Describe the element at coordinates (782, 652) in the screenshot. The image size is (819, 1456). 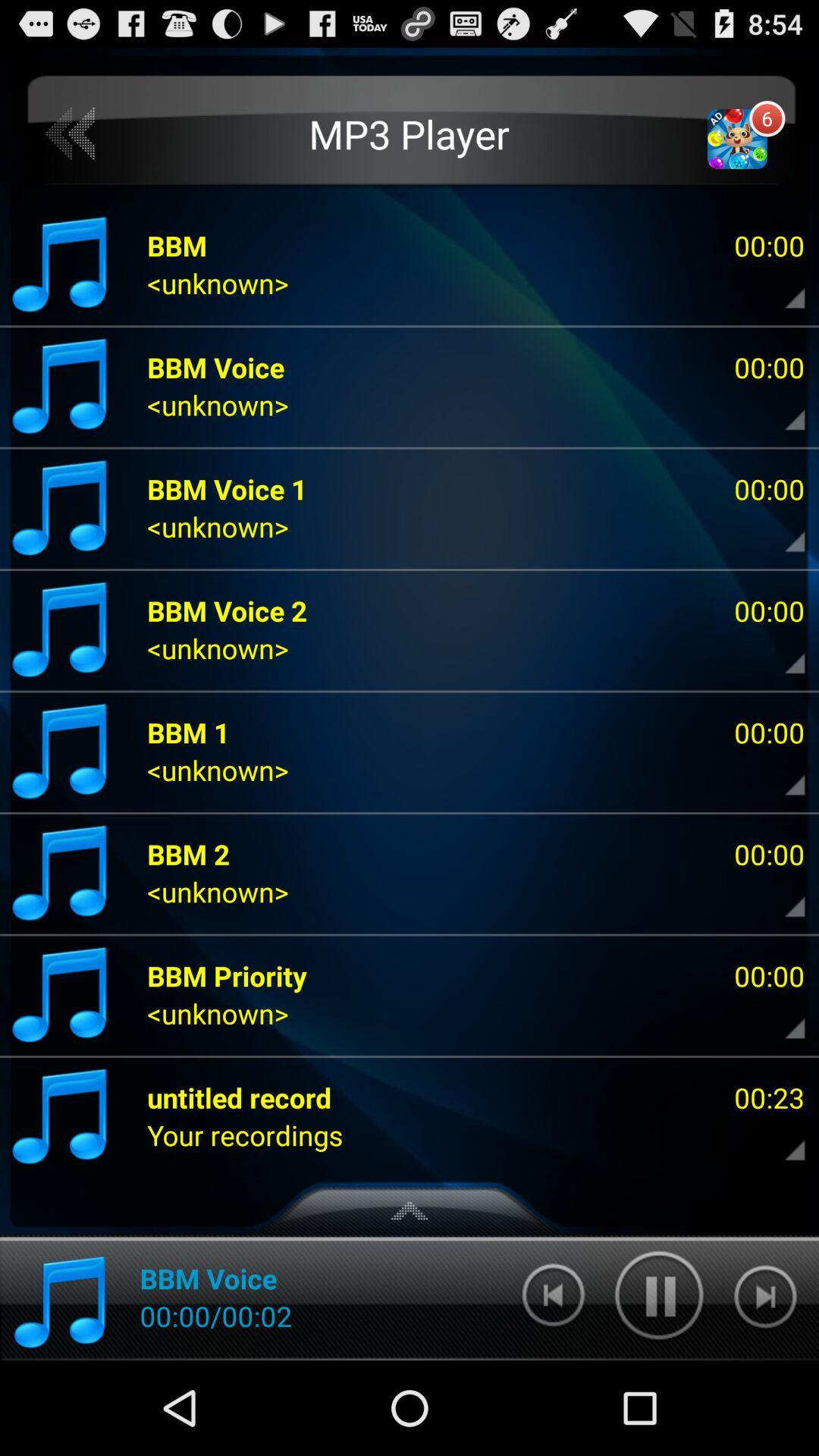
I see `more info` at that location.